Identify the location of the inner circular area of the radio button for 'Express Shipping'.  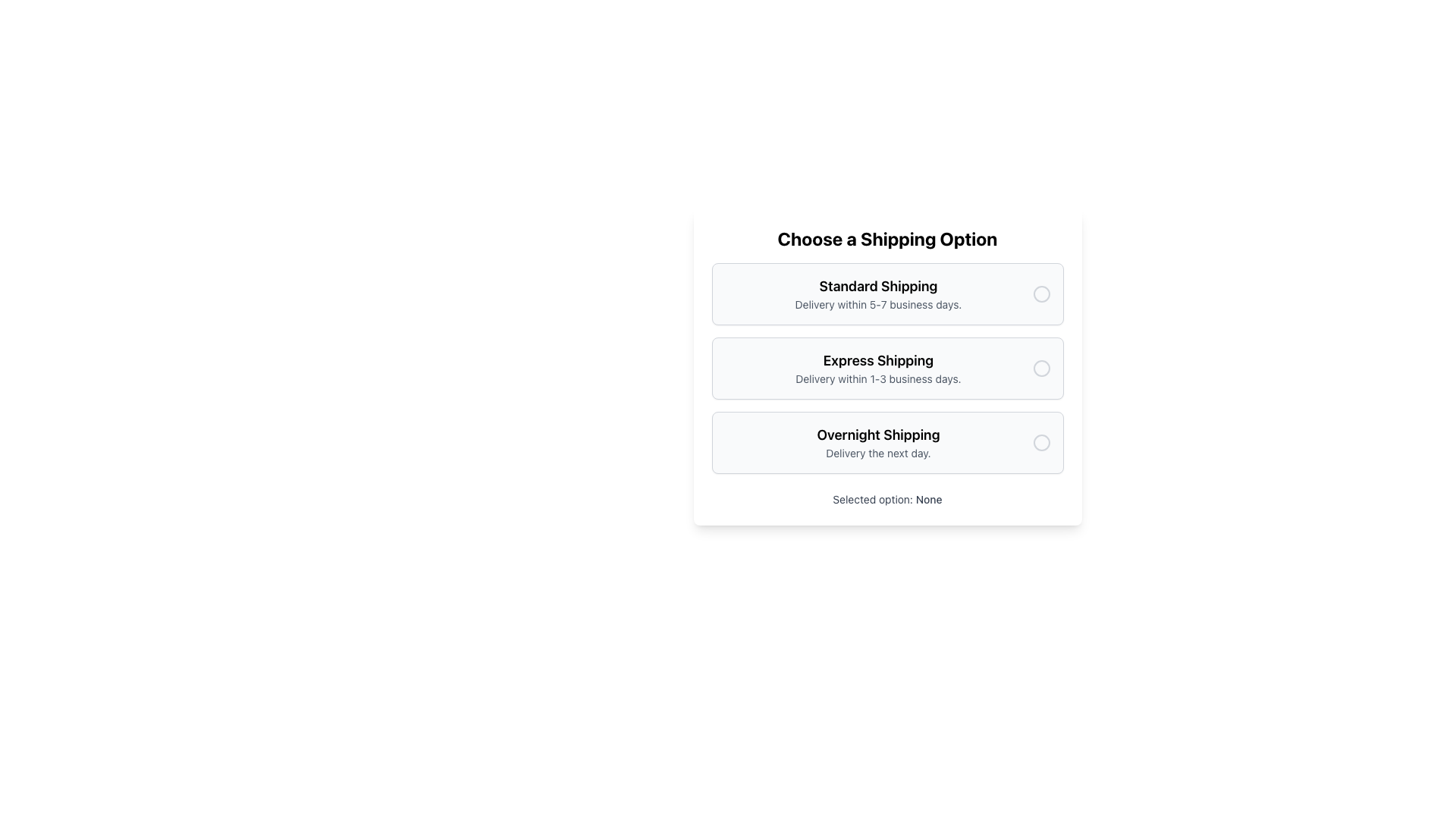
(1040, 369).